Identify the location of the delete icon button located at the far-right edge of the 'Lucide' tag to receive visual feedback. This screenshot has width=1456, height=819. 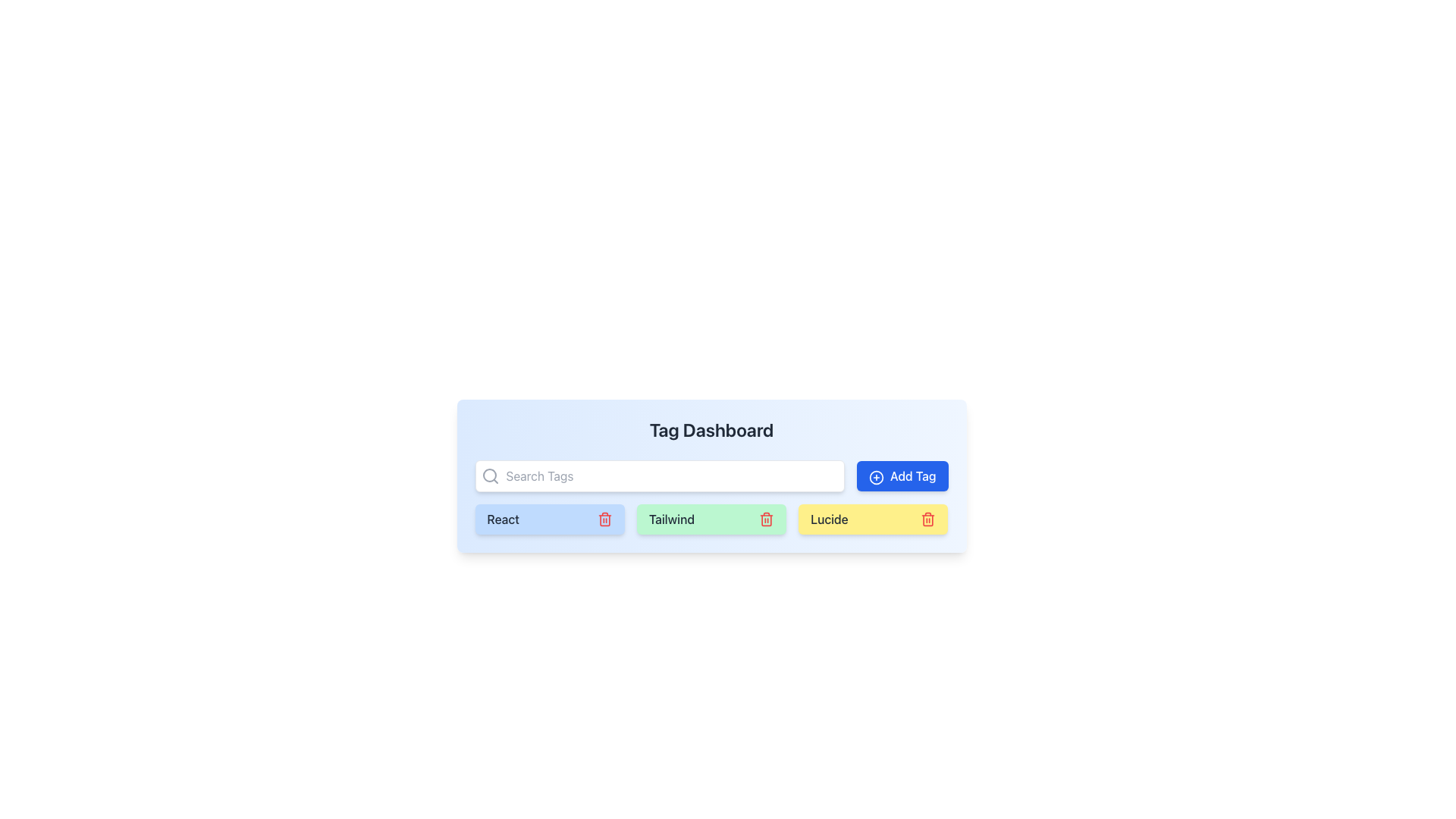
(927, 519).